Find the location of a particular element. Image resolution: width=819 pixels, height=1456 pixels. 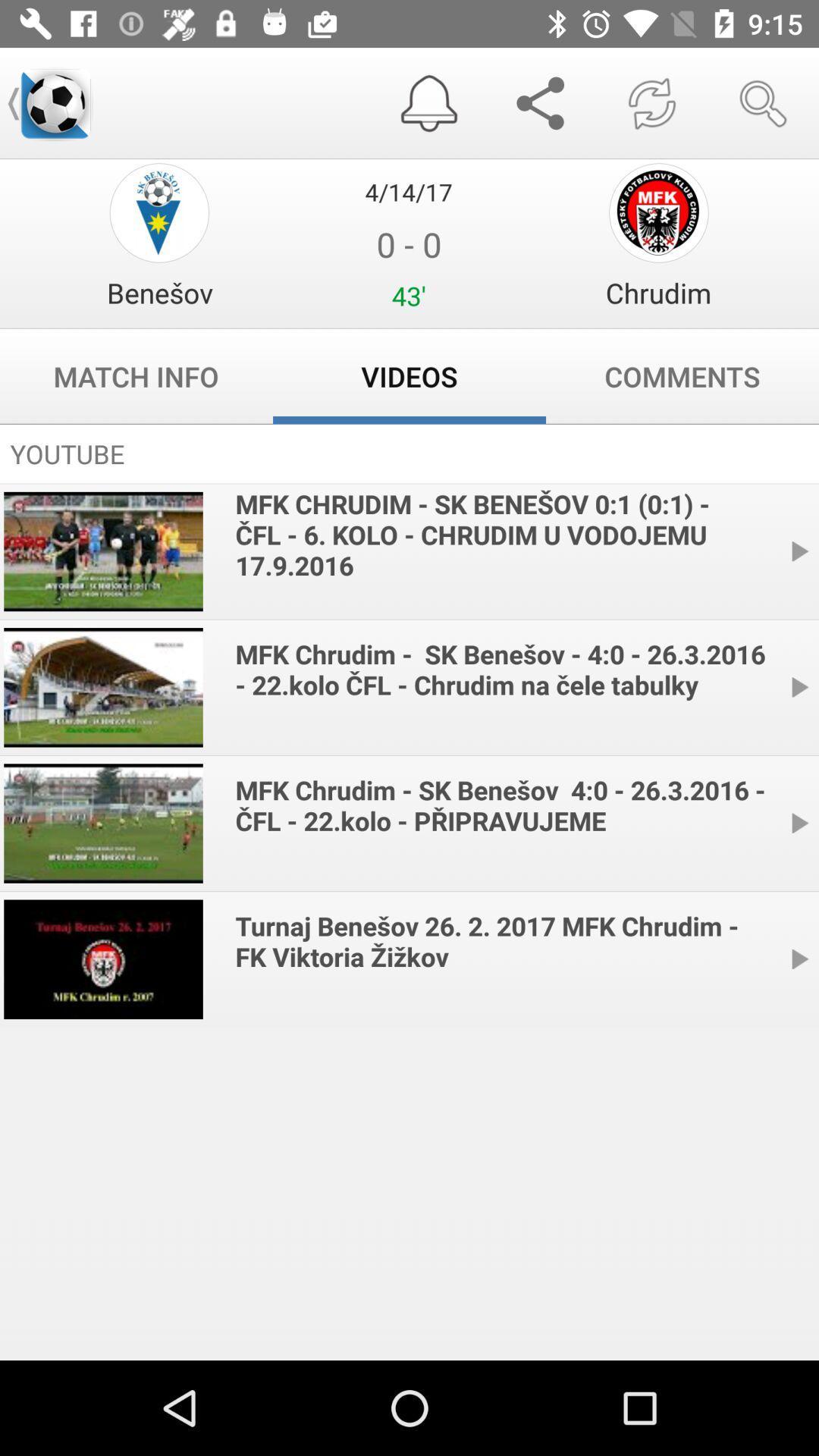

item next to 0 - 0 is located at coordinates (159, 293).